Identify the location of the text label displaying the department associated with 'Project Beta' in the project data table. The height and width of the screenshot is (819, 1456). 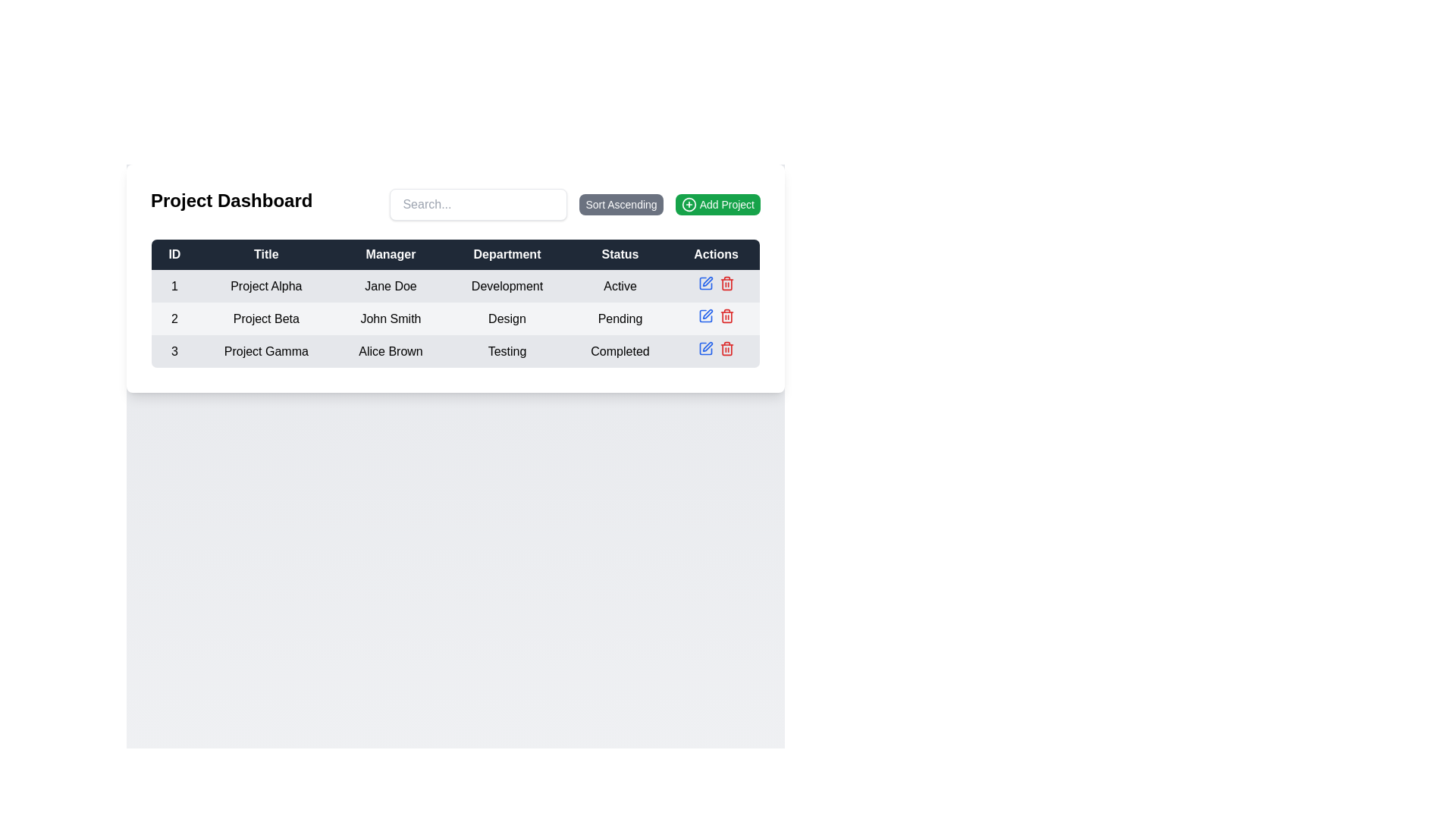
(507, 318).